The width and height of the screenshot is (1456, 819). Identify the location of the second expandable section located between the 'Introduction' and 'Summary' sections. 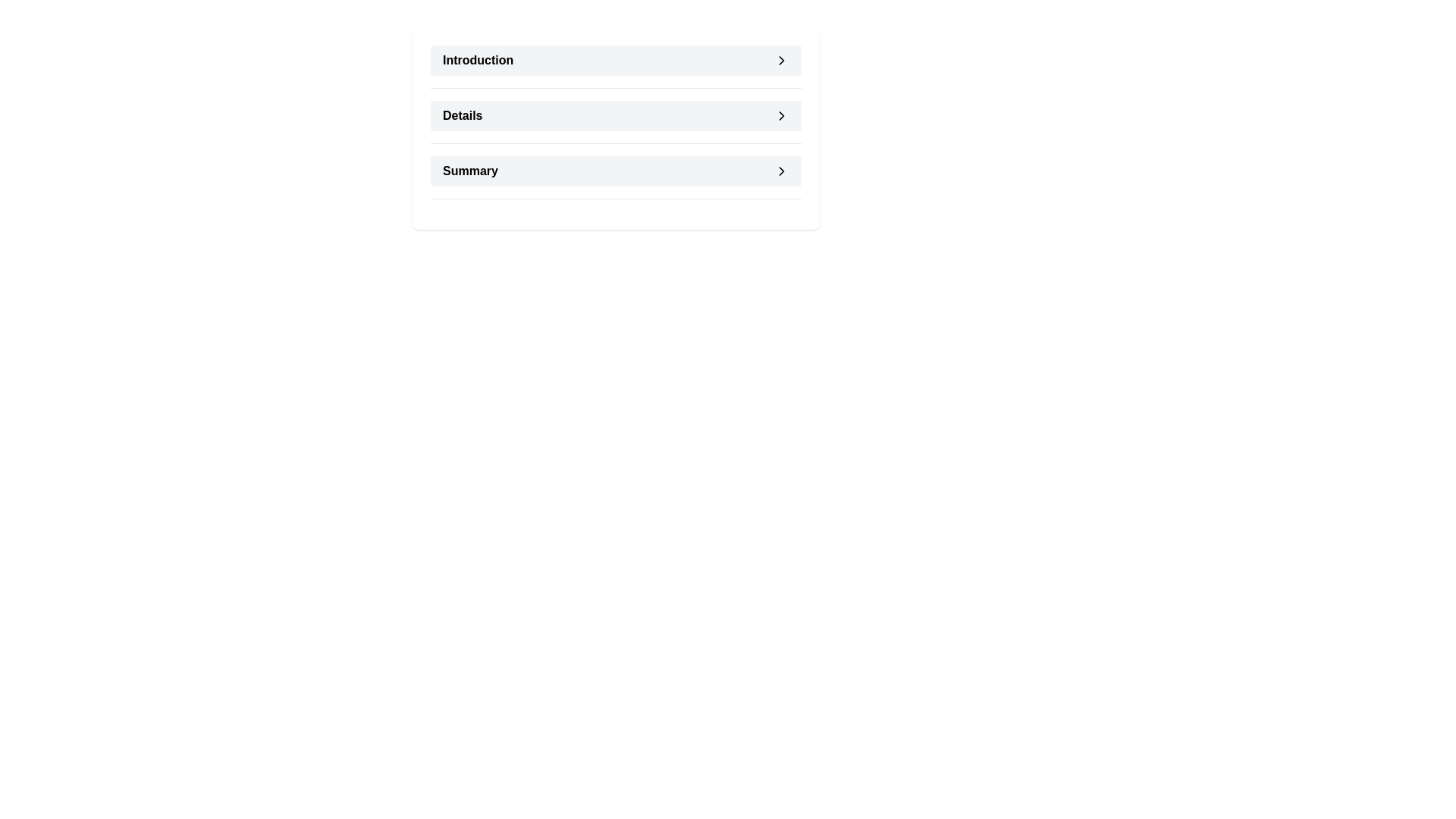
(616, 127).